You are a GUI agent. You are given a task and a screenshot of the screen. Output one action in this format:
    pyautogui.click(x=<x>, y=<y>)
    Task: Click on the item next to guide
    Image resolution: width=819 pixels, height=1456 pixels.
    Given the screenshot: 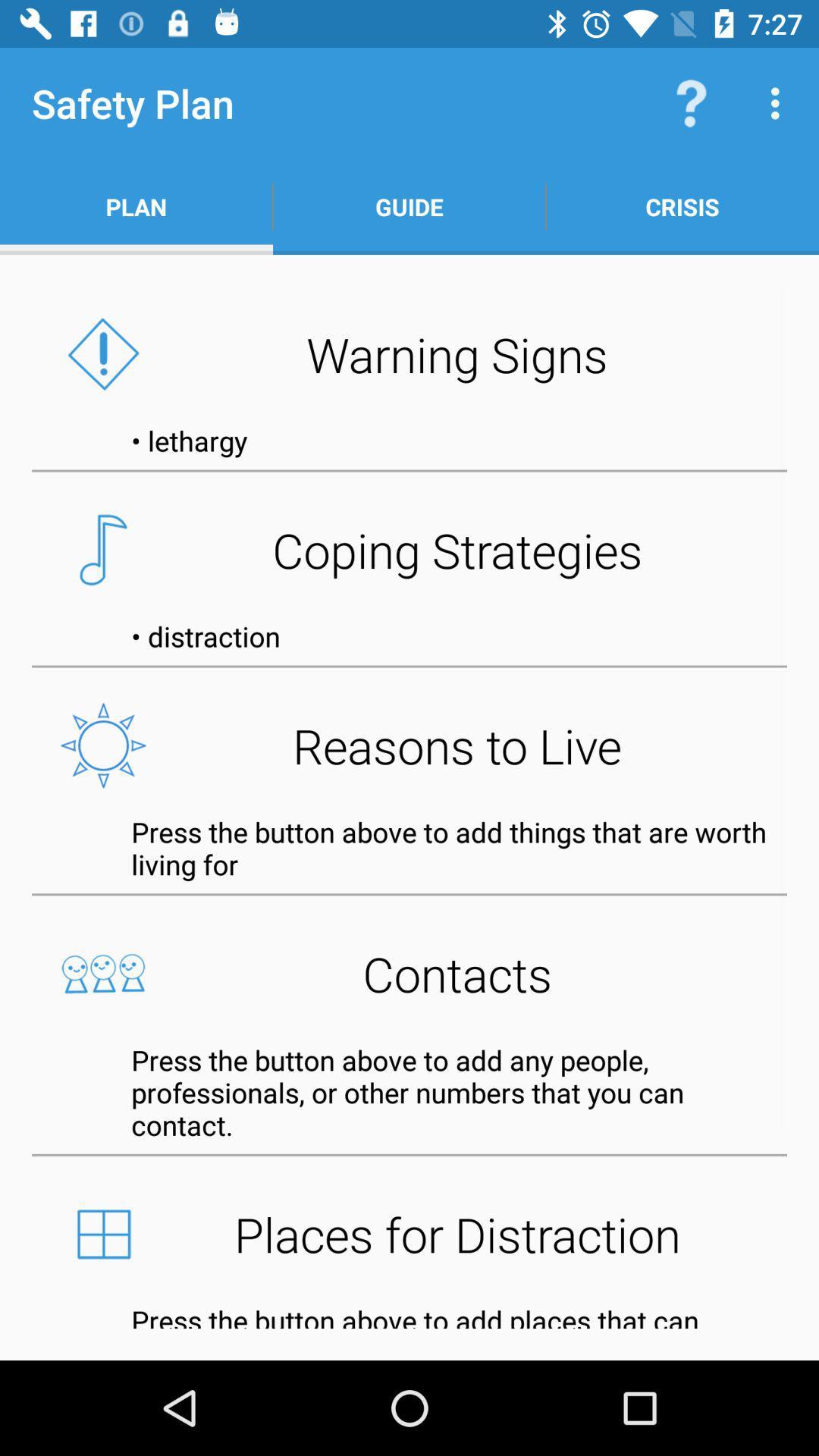 What is the action you would take?
    pyautogui.click(x=691, y=102)
    